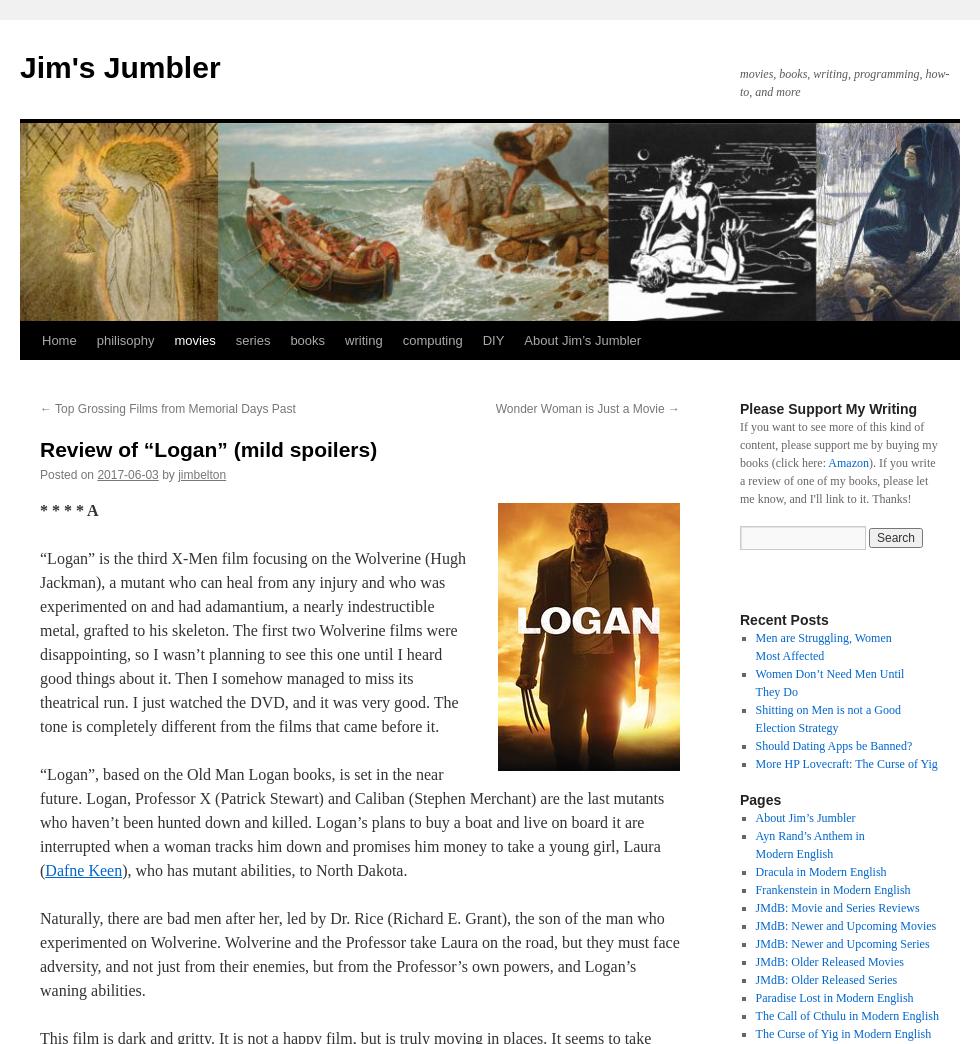 The height and width of the screenshot is (1044, 980). Describe the element at coordinates (823, 646) in the screenshot. I see `'Men are Struggling, Women Most Affected'` at that location.